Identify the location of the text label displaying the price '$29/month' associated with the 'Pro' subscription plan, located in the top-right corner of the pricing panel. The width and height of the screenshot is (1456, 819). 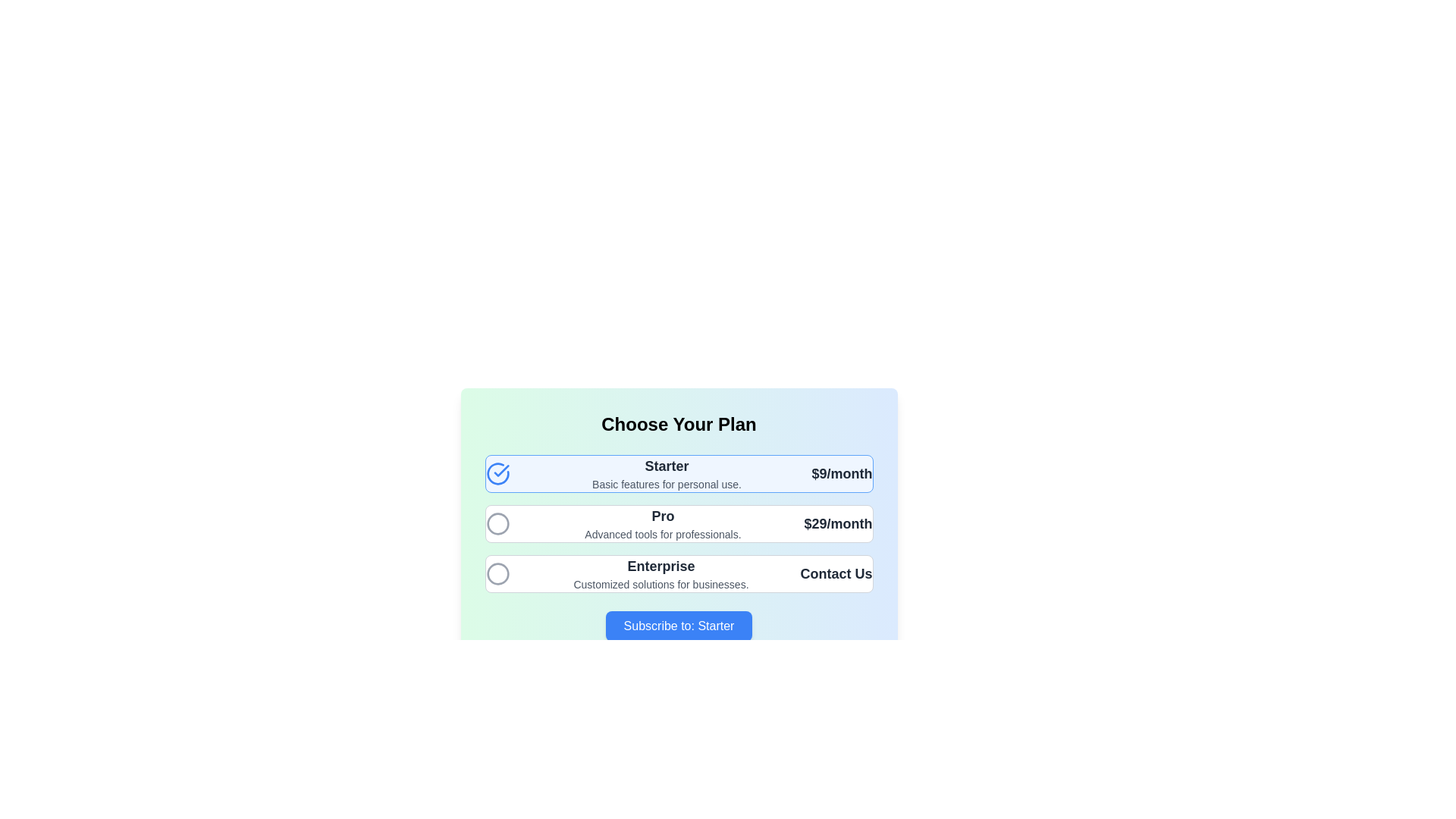
(837, 522).